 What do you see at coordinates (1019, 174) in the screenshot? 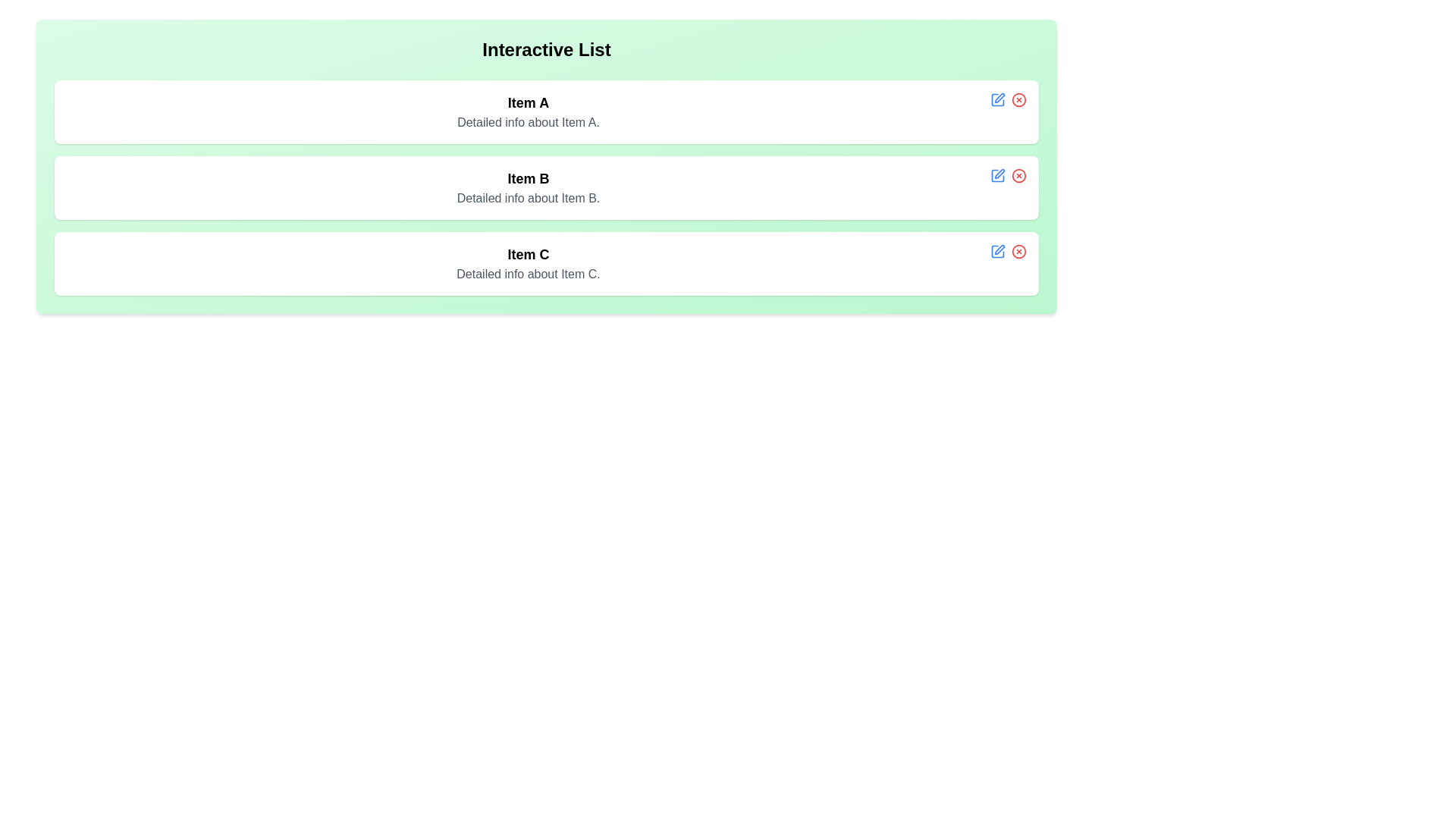
I see `the delete button located to the right of 'Item B'` at bounding box center [1019, 174].